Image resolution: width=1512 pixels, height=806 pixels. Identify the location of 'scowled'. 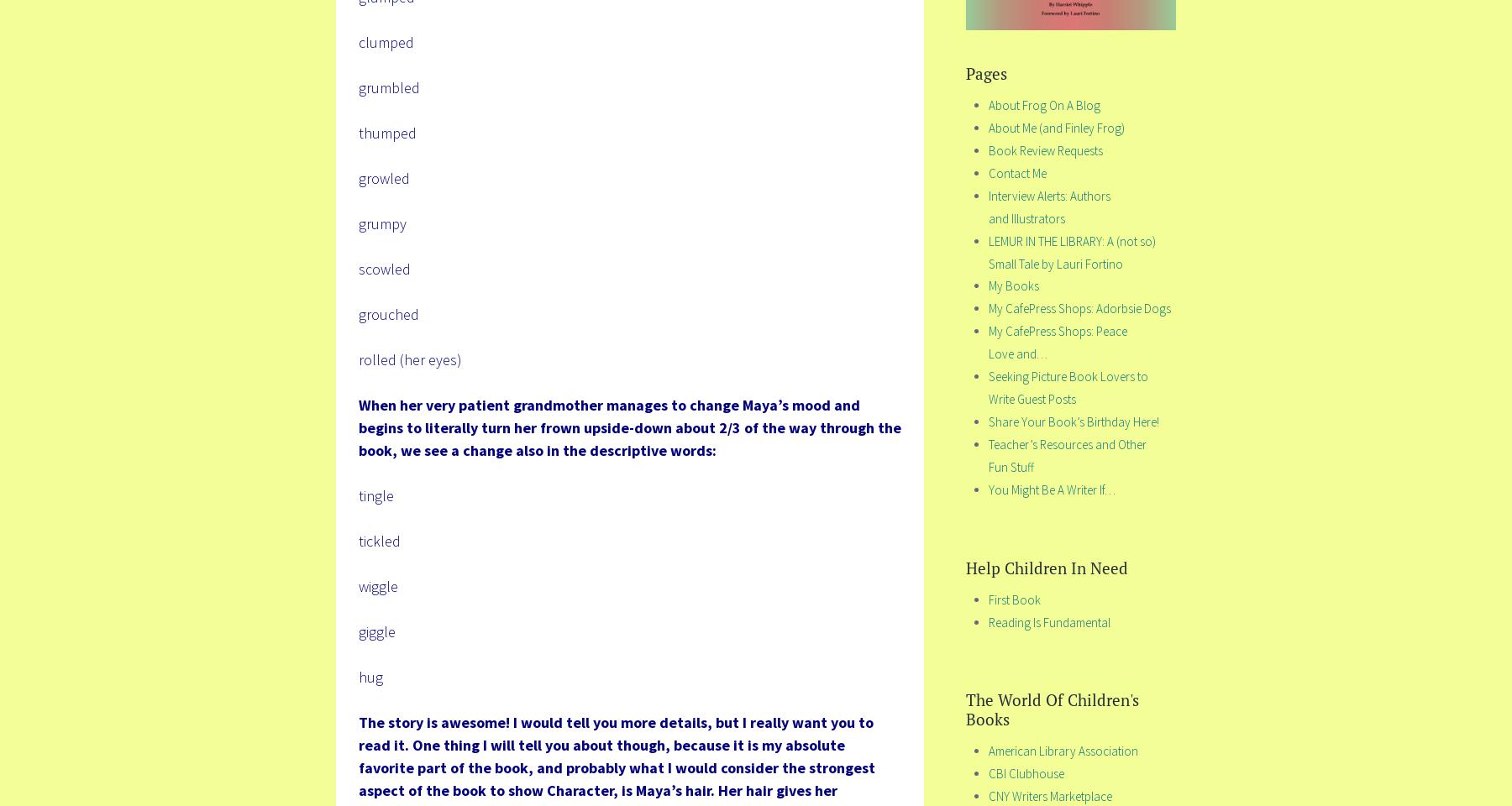
(383, 268).